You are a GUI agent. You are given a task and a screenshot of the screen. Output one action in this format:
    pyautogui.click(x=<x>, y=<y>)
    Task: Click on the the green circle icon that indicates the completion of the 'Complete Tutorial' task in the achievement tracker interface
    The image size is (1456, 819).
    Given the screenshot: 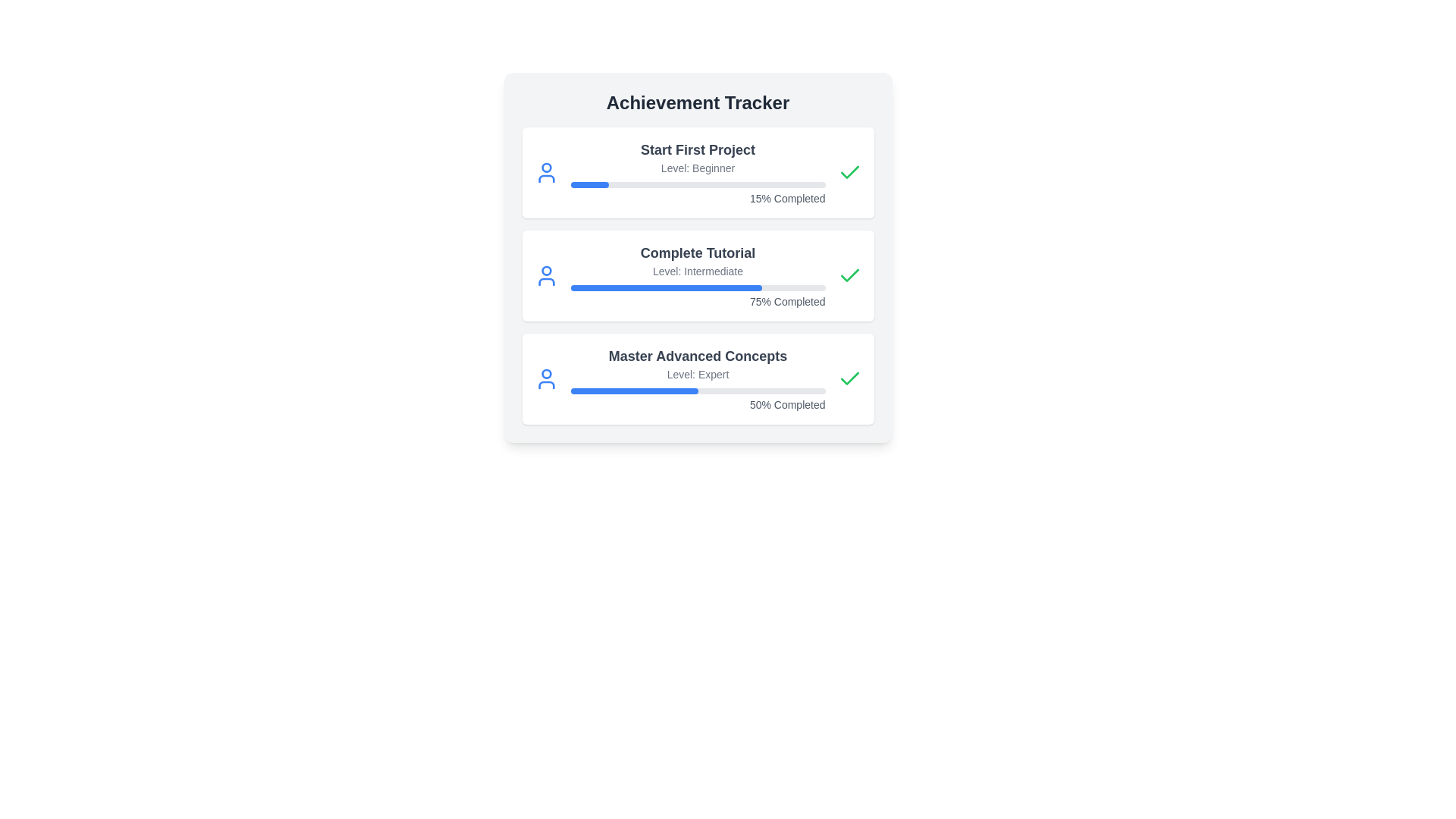 What is the action you would take?
    pyautogui.click(x=849, y=275)
    